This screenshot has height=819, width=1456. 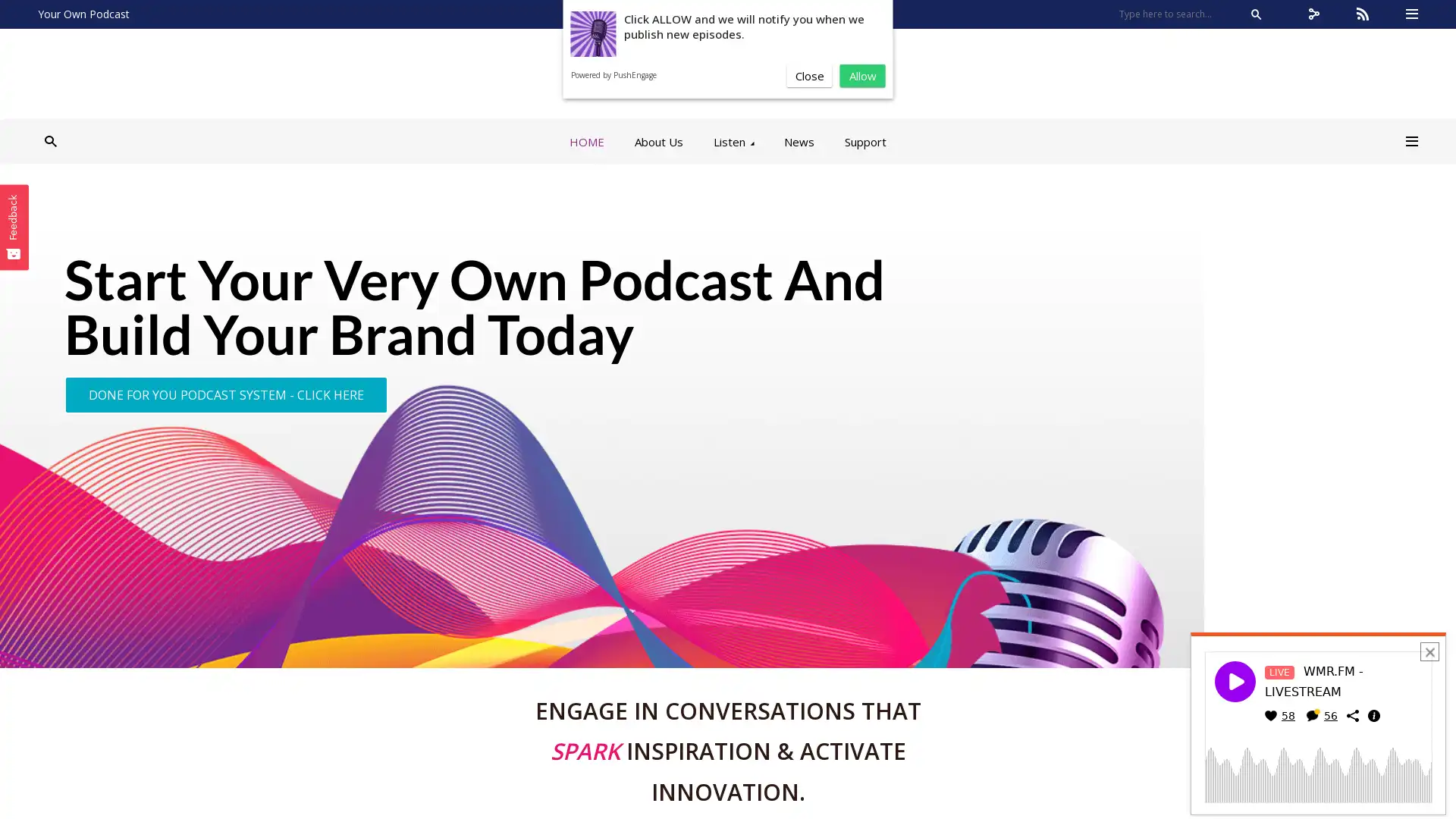 What do you see at coordinates (225, 394) in the screenshot?
I see `DONE FOR YOU PODCAST SYSTEM - CLICK HERE` at bounding box center [225, 394].